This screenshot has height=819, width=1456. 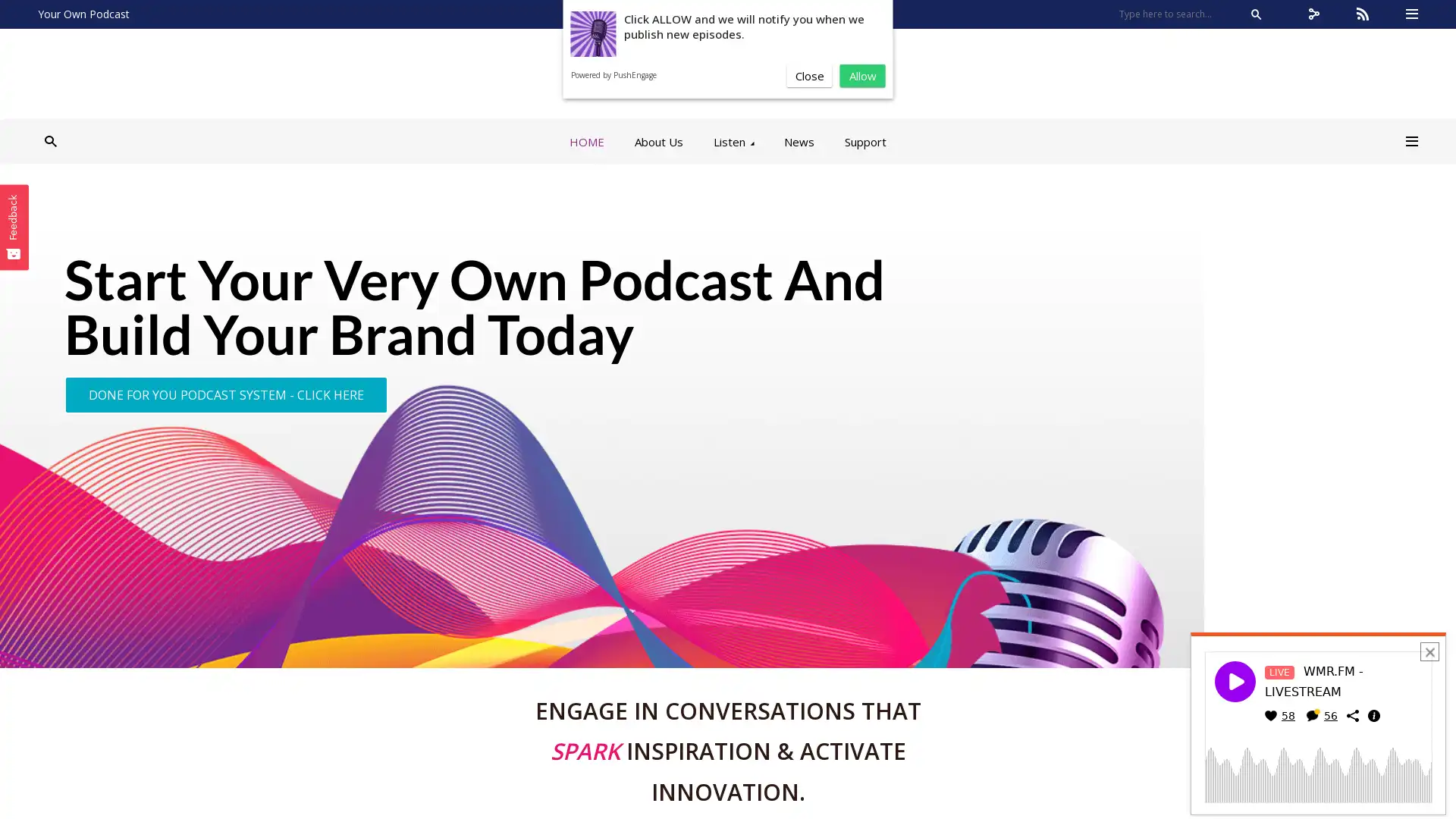 What do you see at coordinates (225, 394) in the screenshot?
I see `DONE FOR YOU PODCAST SYSTEM - CLICK HERE` at bounding box center [225, 394].